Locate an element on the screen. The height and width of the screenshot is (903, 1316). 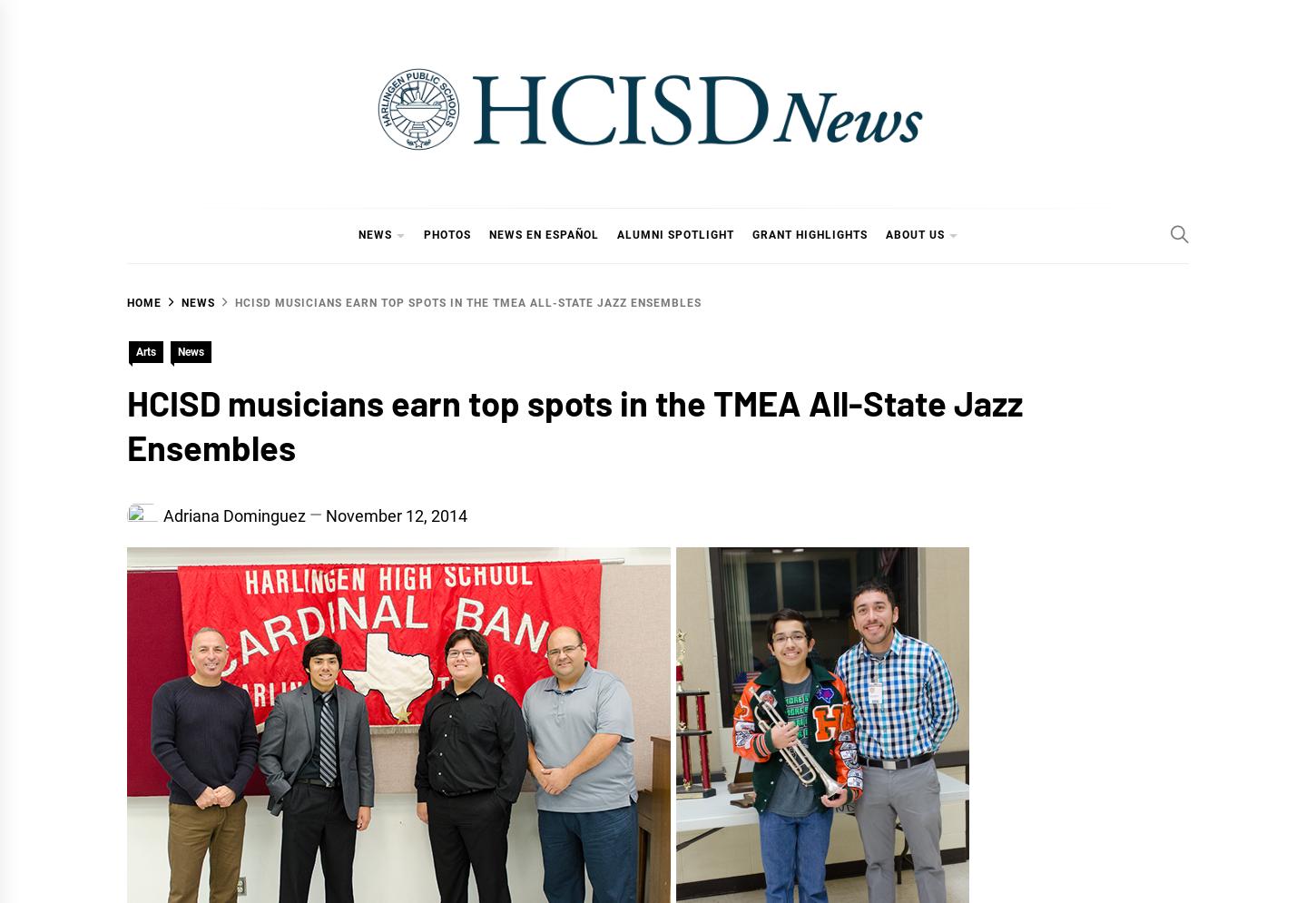
'Alumni Spotlight' is located at coordinates (674, 234).